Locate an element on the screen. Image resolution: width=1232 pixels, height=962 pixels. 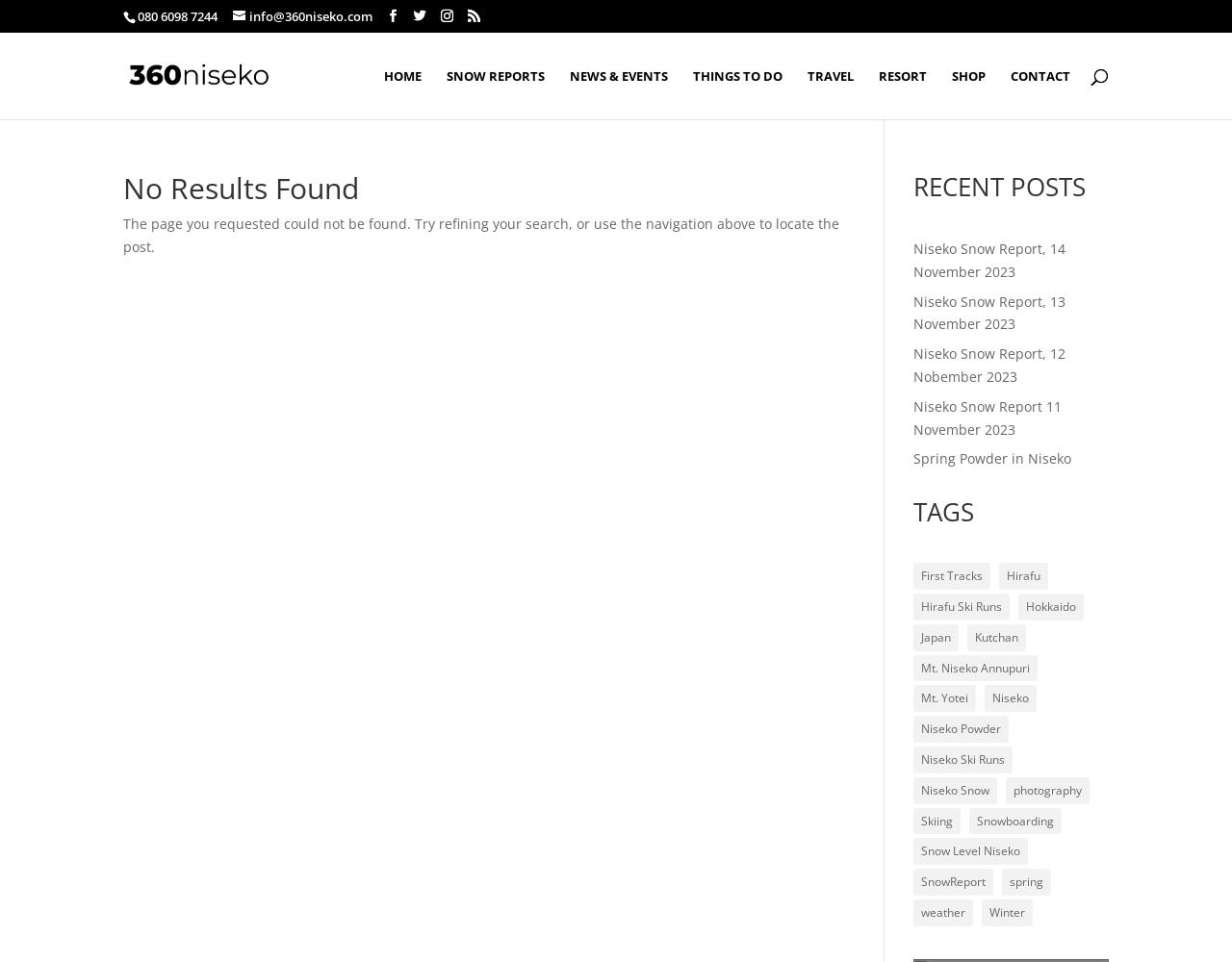
'Contact' is located at coordinates (1039, 74).